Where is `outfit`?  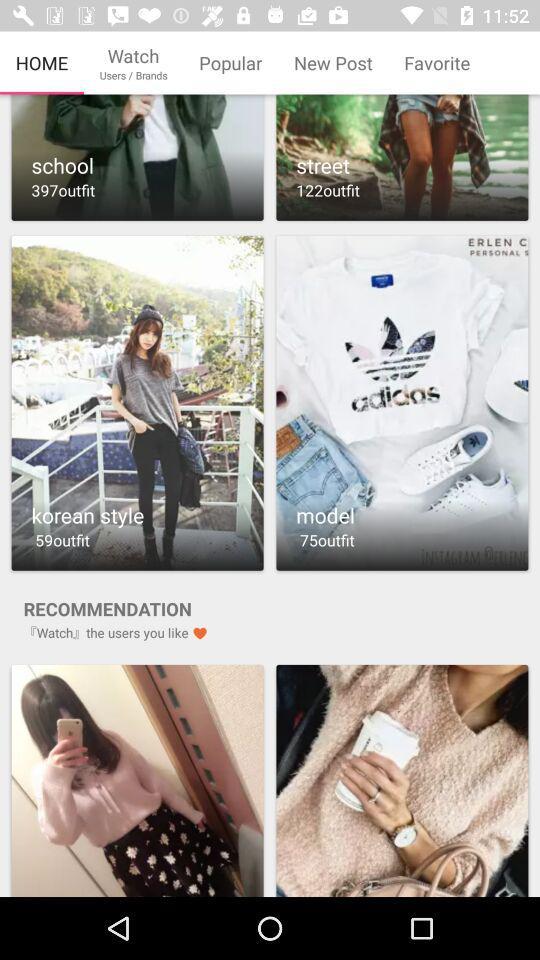 outfit is located at coordinates (402, 402).